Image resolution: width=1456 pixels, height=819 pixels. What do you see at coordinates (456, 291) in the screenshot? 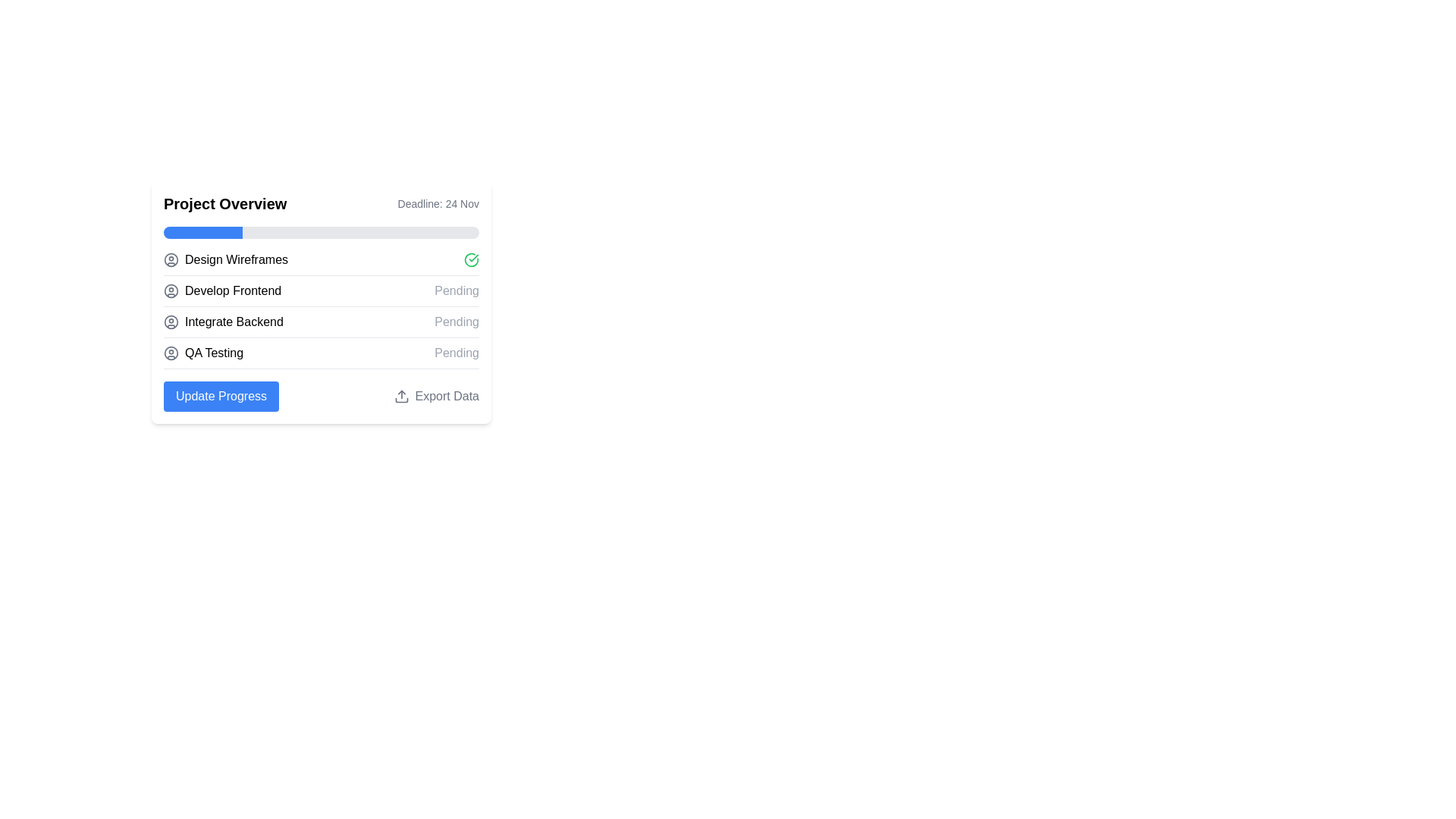
I see `the status indicator text label that marks the task 'Develop Frontend' as 'Pending', located in the project overview section` at bounding box center [456, 291].